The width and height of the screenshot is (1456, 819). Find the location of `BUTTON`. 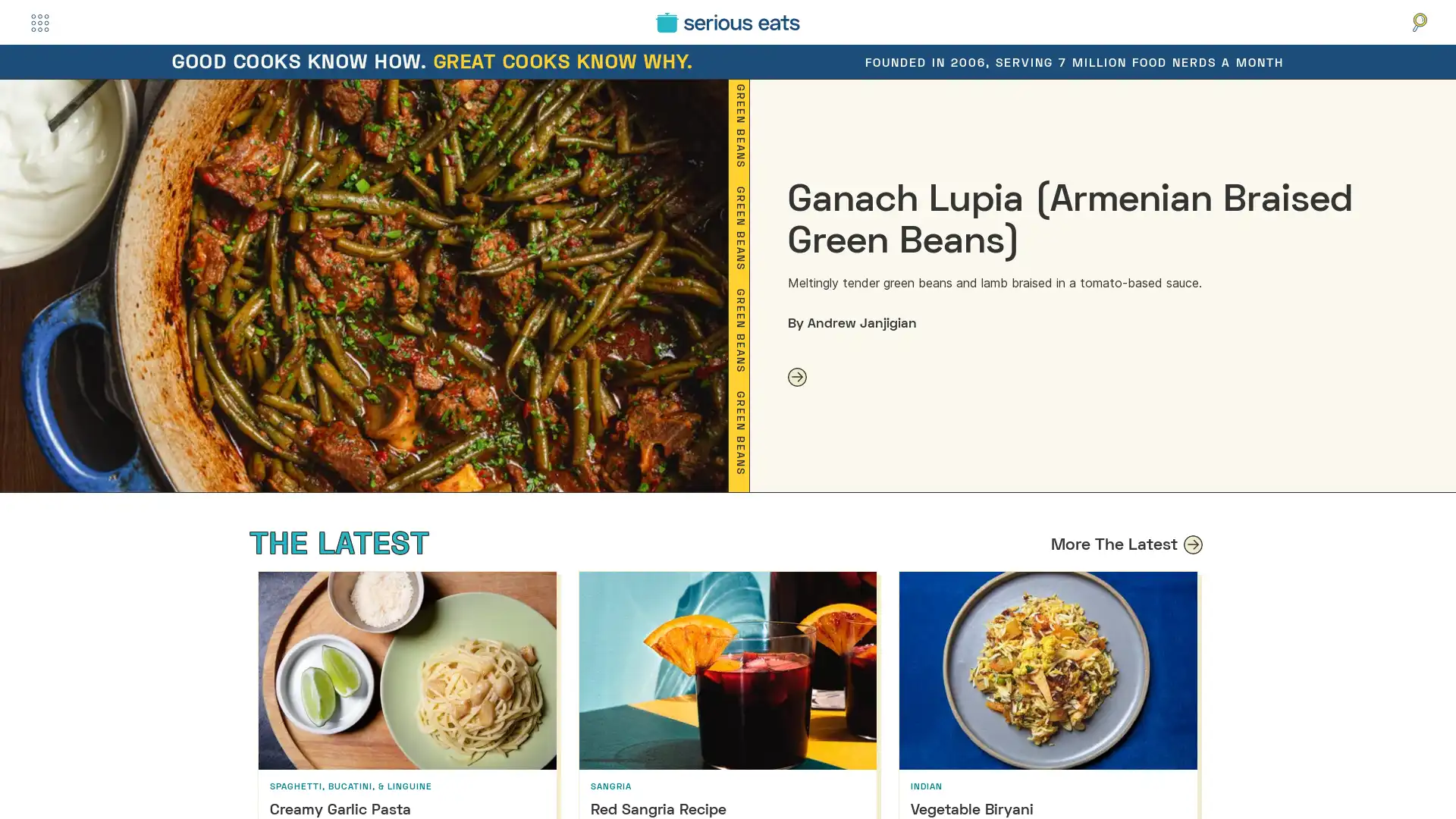

BUTTON is located at coordinates (39, 22).